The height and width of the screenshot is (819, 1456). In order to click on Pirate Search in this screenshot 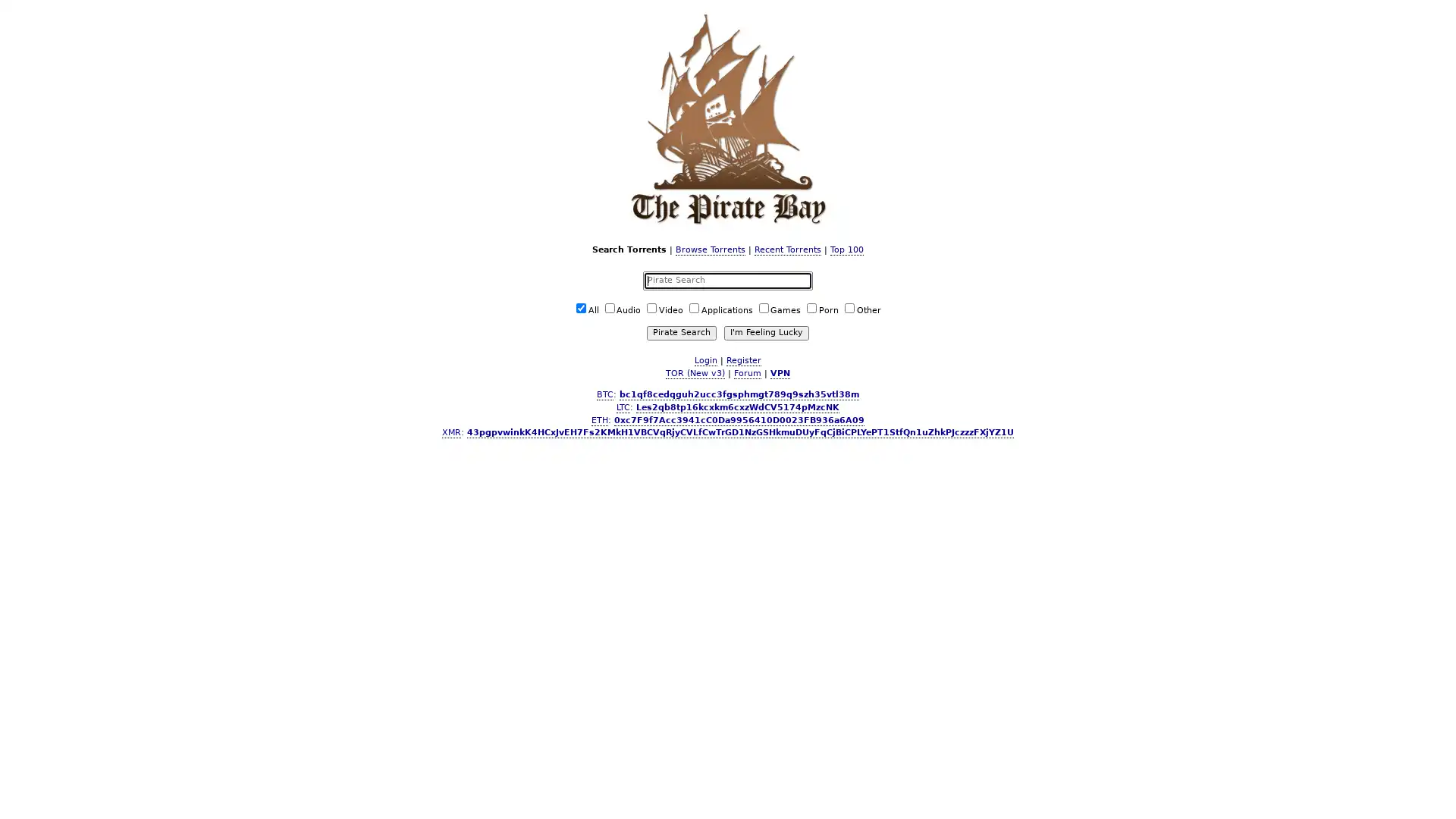, I will do `click(680, 331)`.